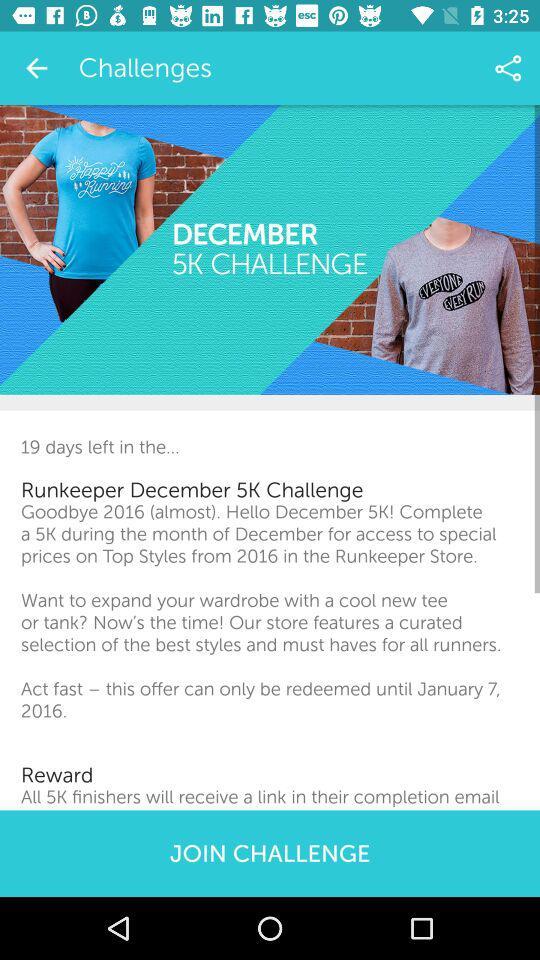  What do you see at coordinates (508, 68) in the screenshot?
I see `the item to the right of the challenges app` at bounding box center [508, 68].